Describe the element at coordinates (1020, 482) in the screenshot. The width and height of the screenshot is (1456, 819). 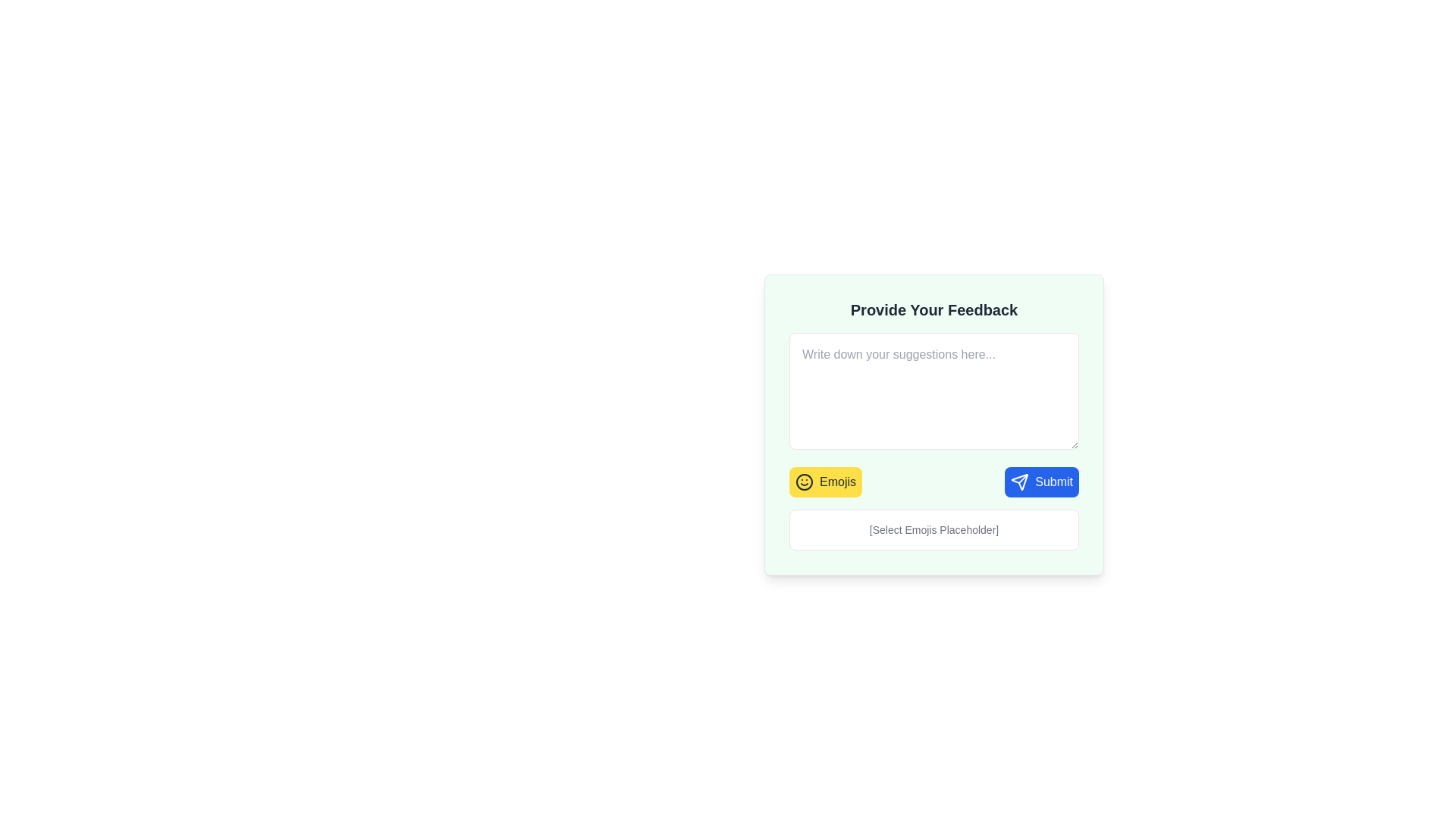
I see `the arrow icon within the blue 'Submit' button located at the bottom right of the feedback section` at that location.